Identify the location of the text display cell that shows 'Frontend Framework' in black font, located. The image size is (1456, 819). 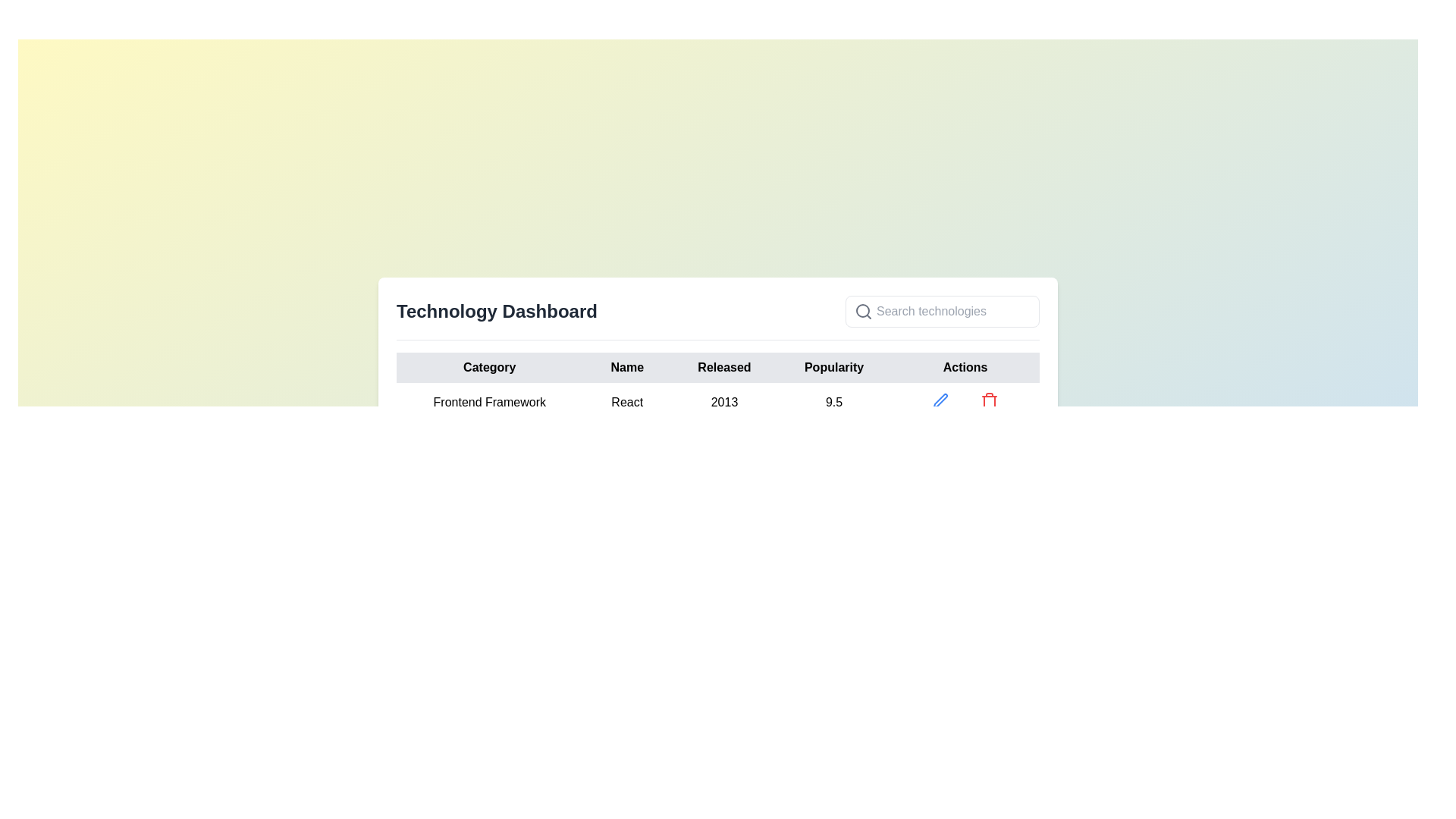
(489, 401).